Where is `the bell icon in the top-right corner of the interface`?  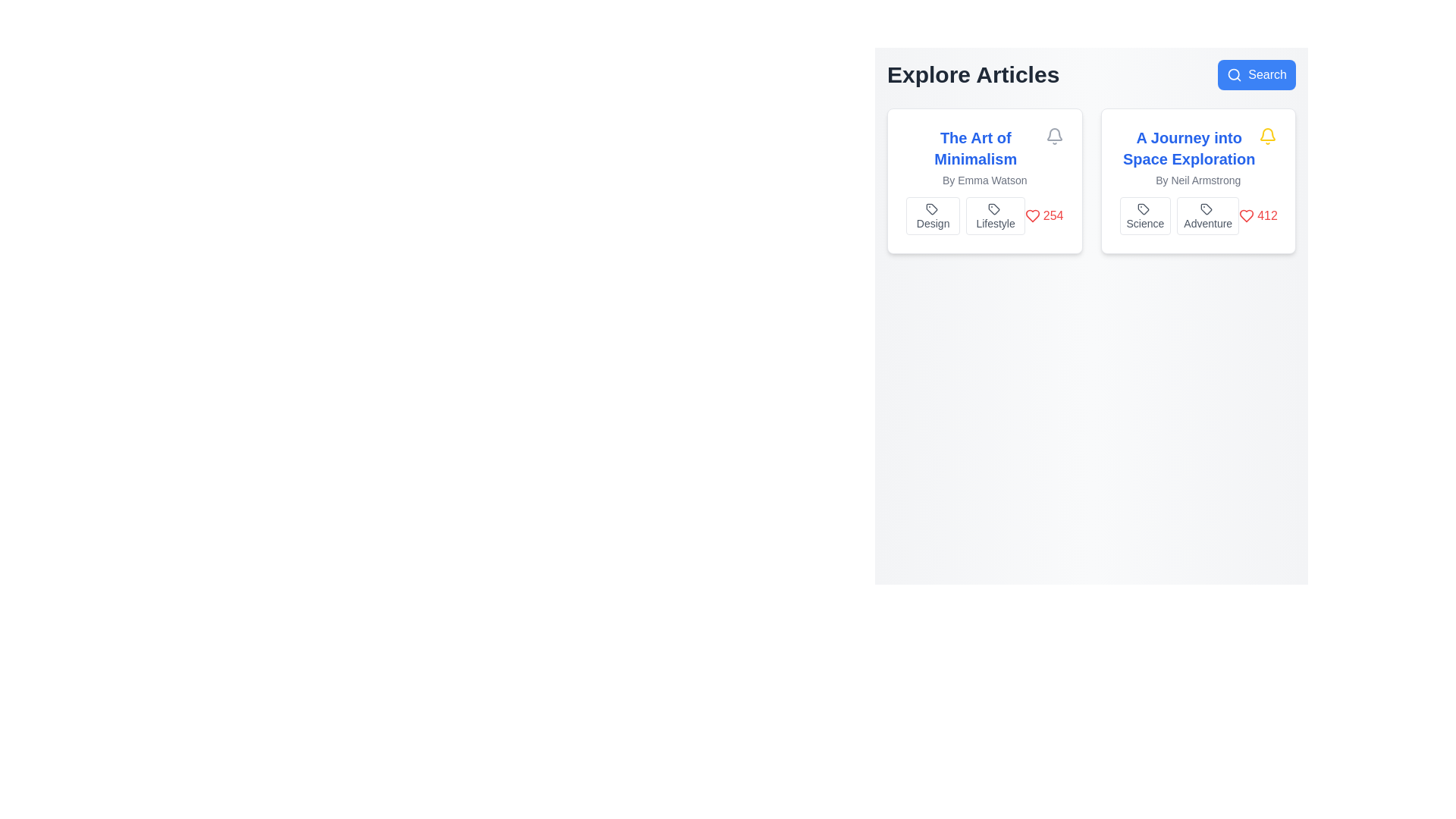
the bell icon in the top-right corner of the interface is located at coordinates (1053, 133).